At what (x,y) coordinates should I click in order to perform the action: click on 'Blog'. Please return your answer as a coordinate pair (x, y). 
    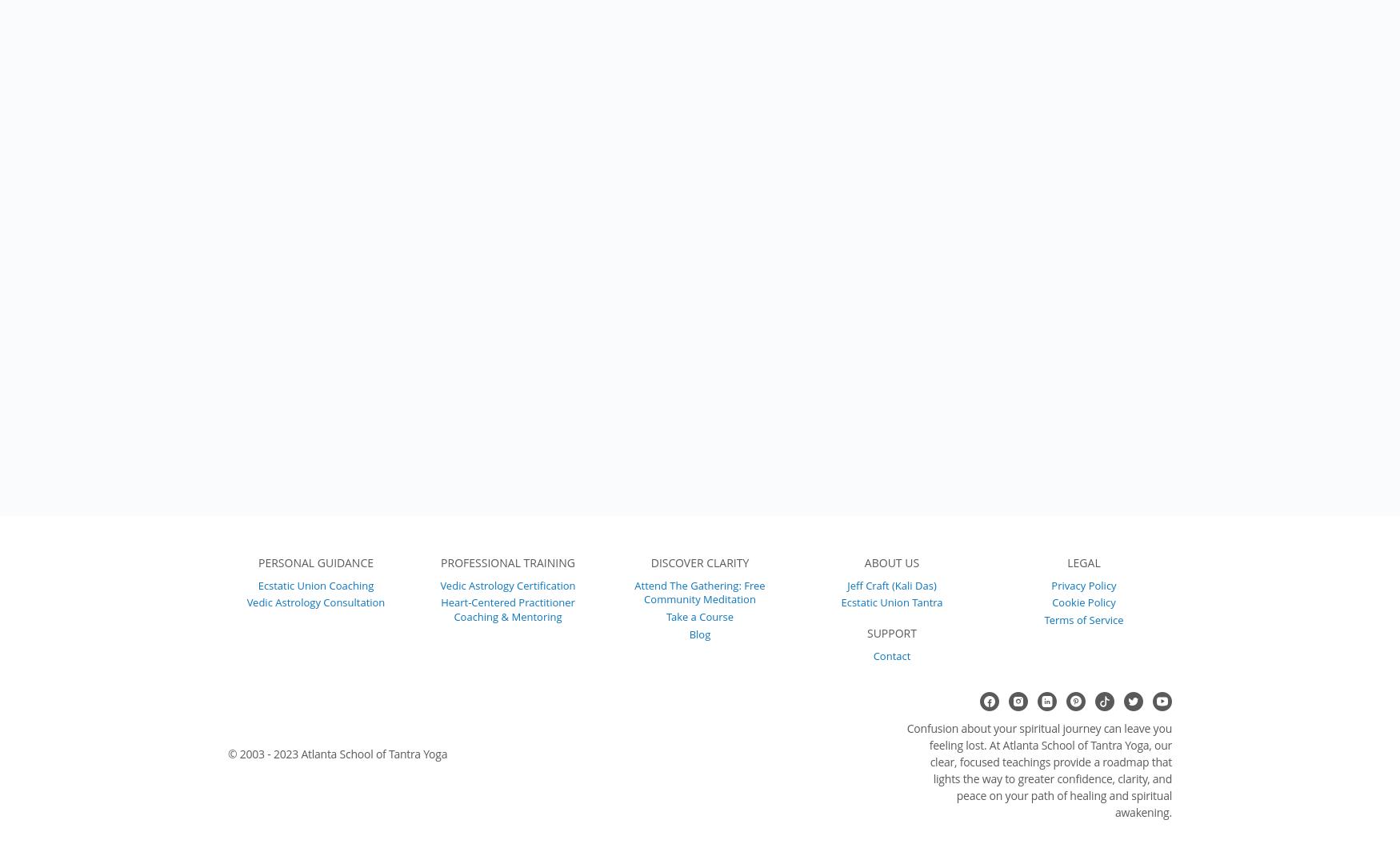
    Looking at the image, I should click on (699, 632).